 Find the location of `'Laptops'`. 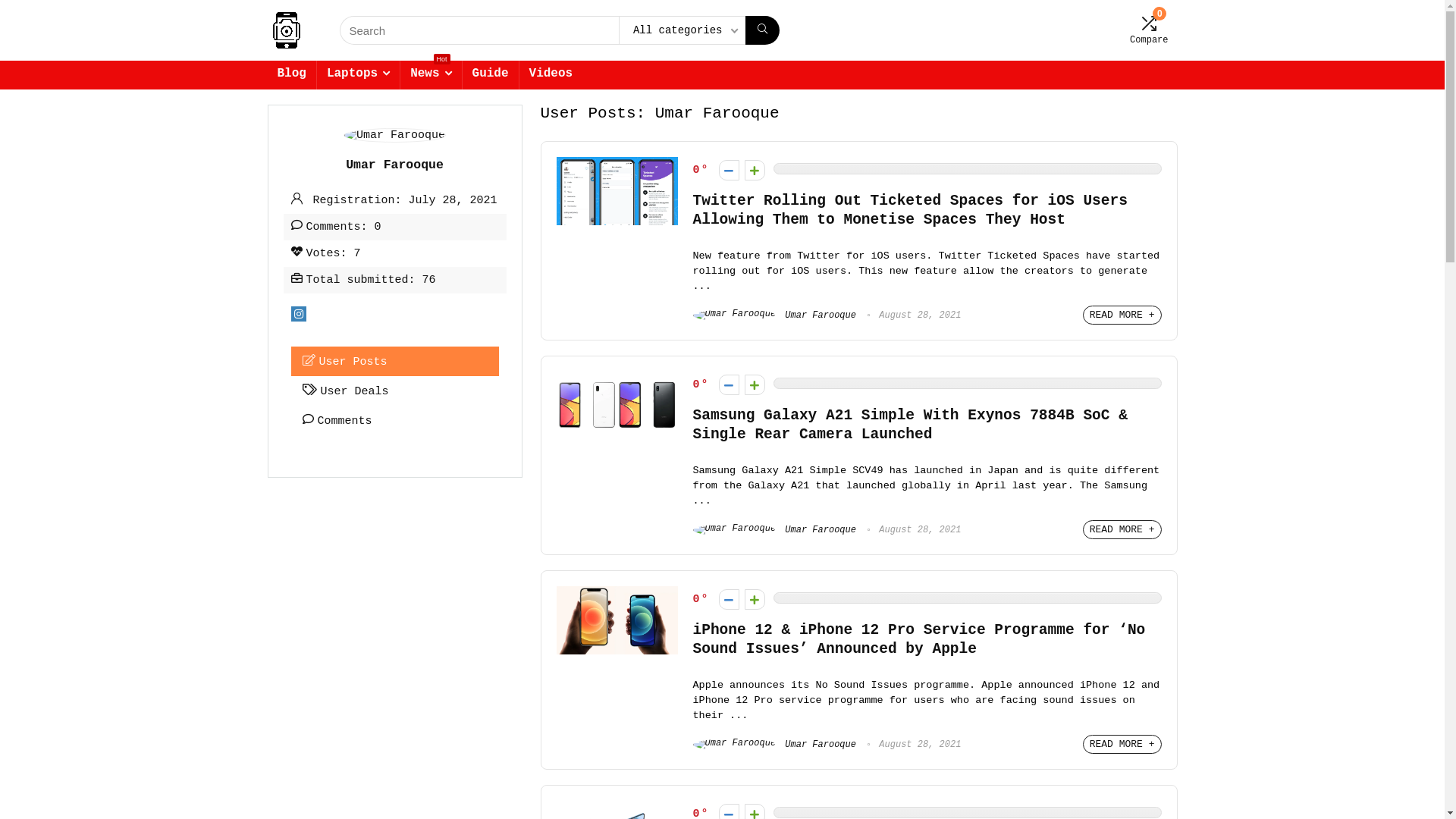

'Laptops' is located at coordinates (357, 75).